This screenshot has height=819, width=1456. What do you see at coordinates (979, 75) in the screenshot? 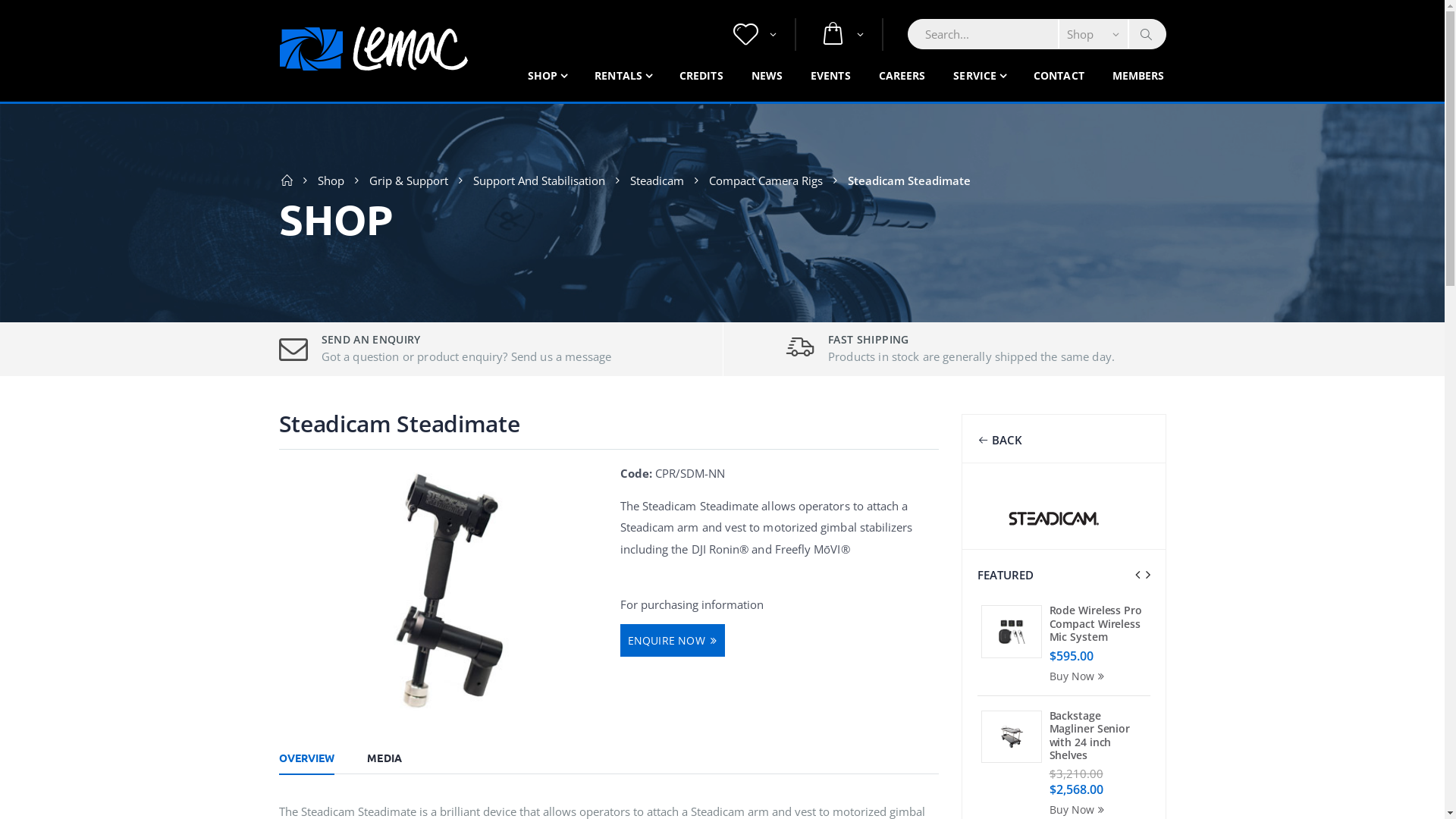
I see `'SERVICE'` at bounding box center [979, 75].